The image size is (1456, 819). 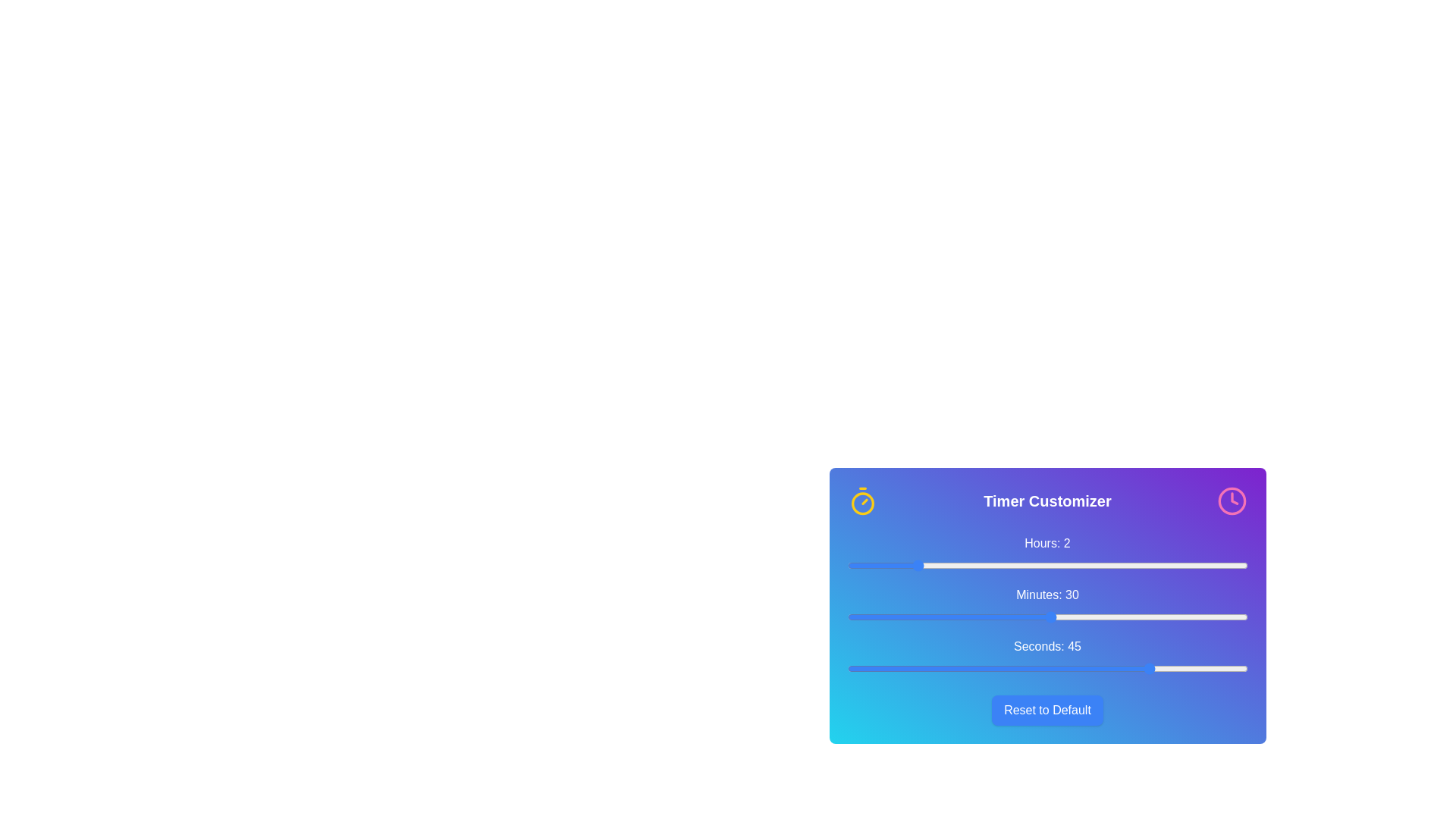 I want to click on the 'seconds' slider to set the value to 46, so click(x=1159, y=668).